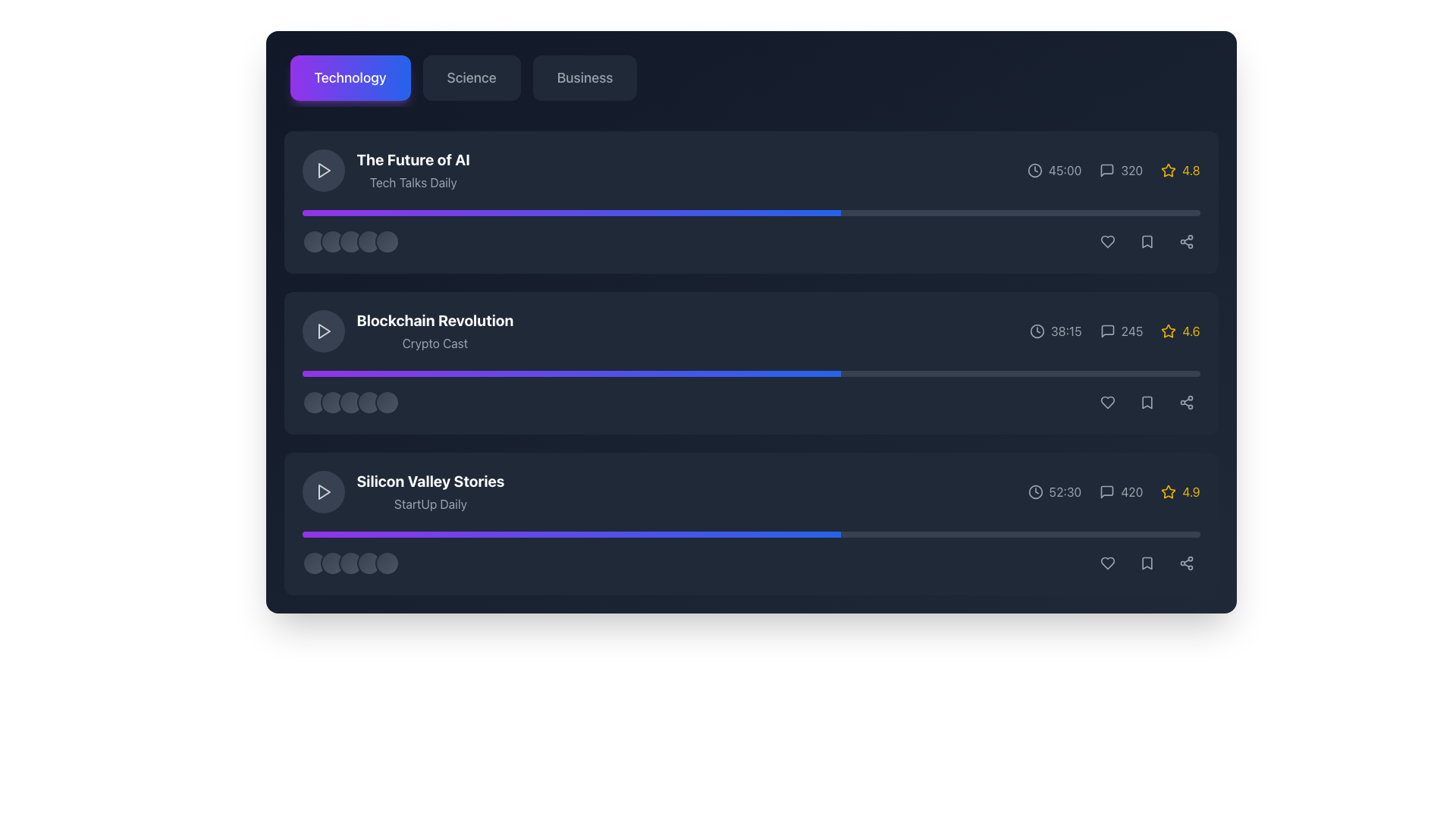 Image resolution: width=1456 pixels, height=819 pixels. Describe the element at coordinates (1121, 170) in the screenshot. I see `the numeric counter displaying '320' styled with gray text color, which is located adjacent to a chat bubble icon within the metadata section of a content item` at that location.